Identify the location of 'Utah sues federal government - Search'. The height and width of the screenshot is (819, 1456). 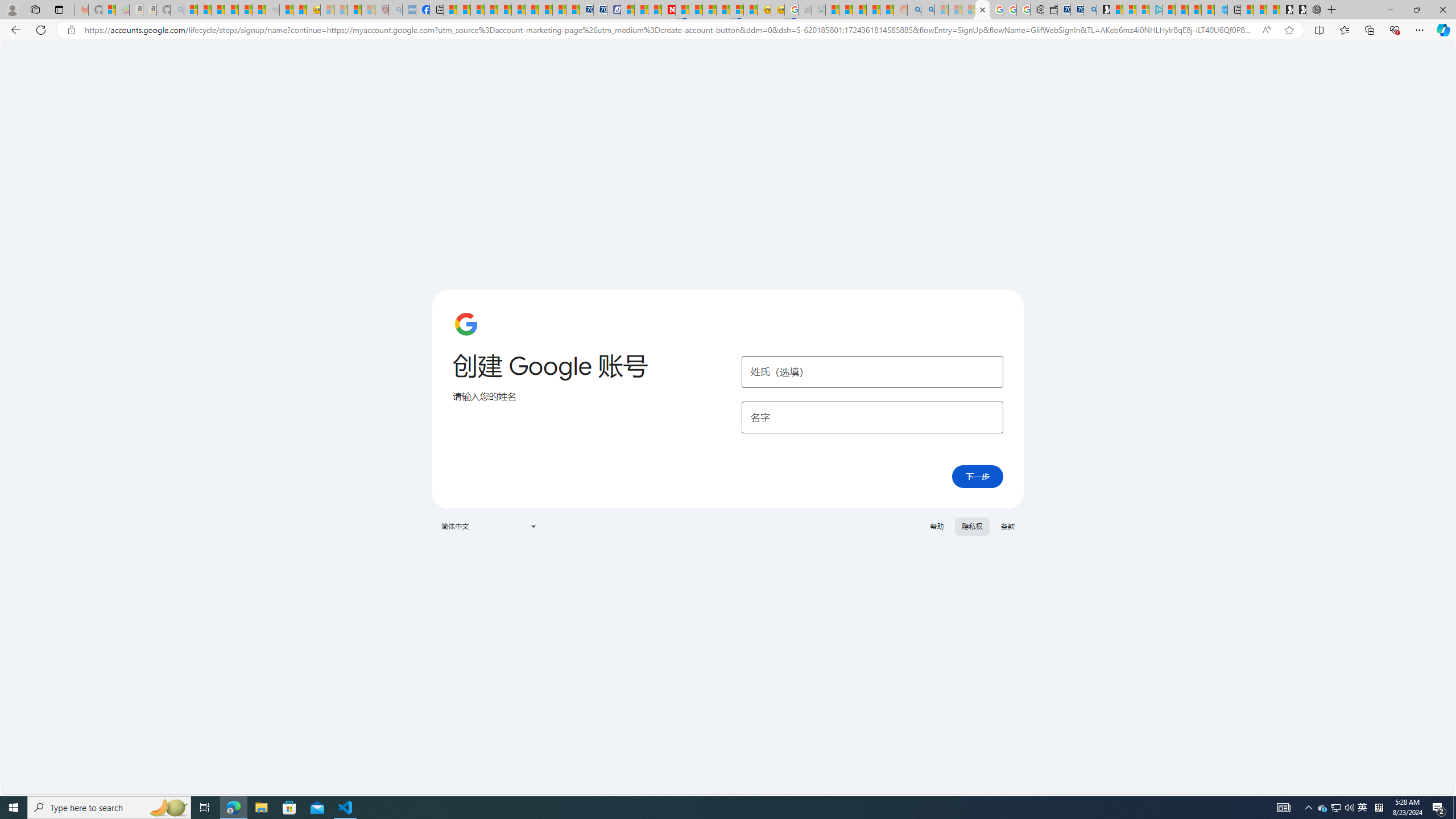
(927, 9).